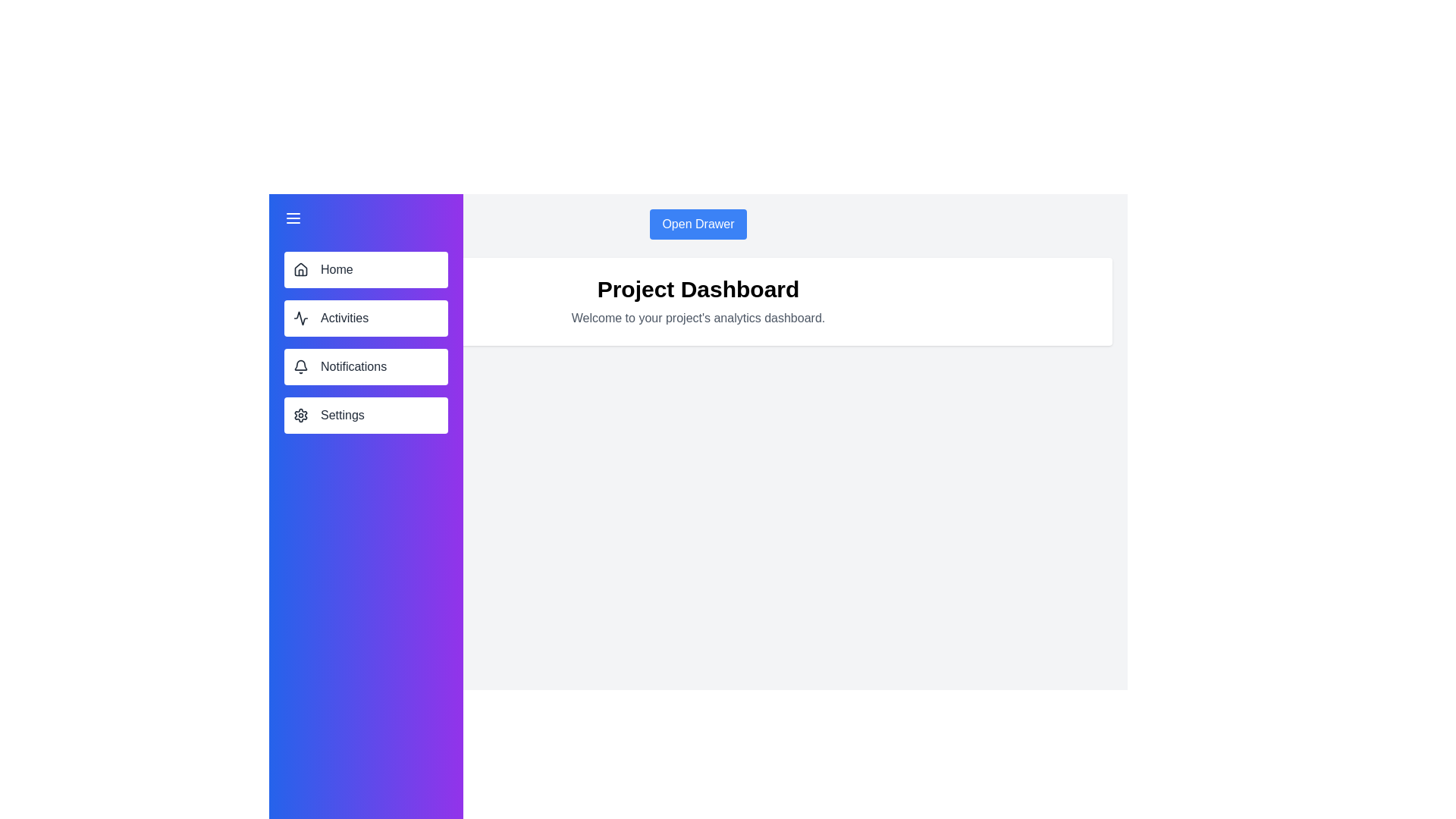 The width and height of the screenshot is (1456, 819). What do you see at coordinates (366, 415) in the screenshot?
I see `the menu item labeled Settings to navigate to the corresponding section` at bounding box center [366, 415].